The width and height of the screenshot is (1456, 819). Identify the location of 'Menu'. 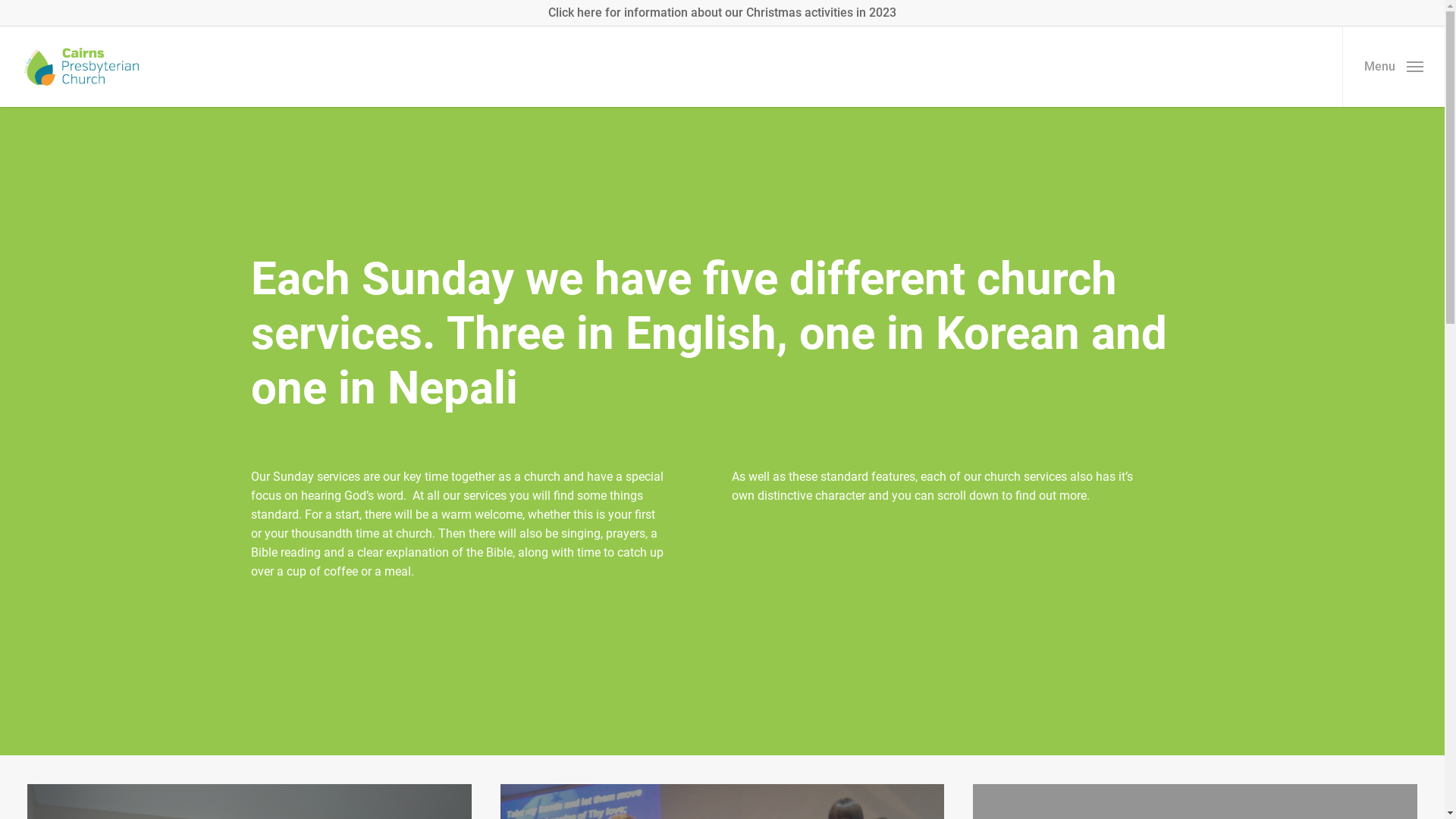
(1393, 66).